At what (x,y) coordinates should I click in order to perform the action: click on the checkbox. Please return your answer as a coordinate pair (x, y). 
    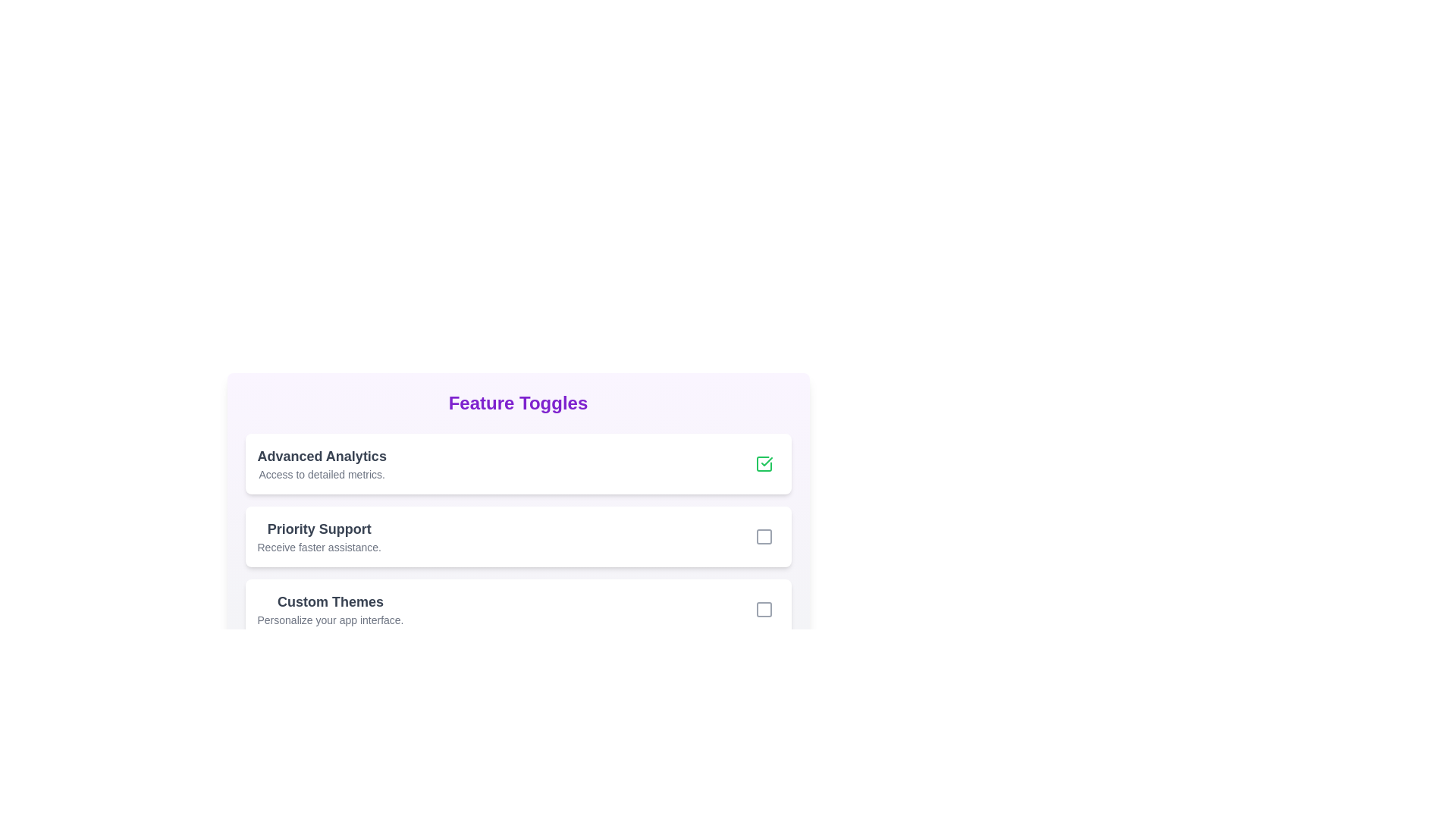
    Looking at the image, I should click on (764, 463).